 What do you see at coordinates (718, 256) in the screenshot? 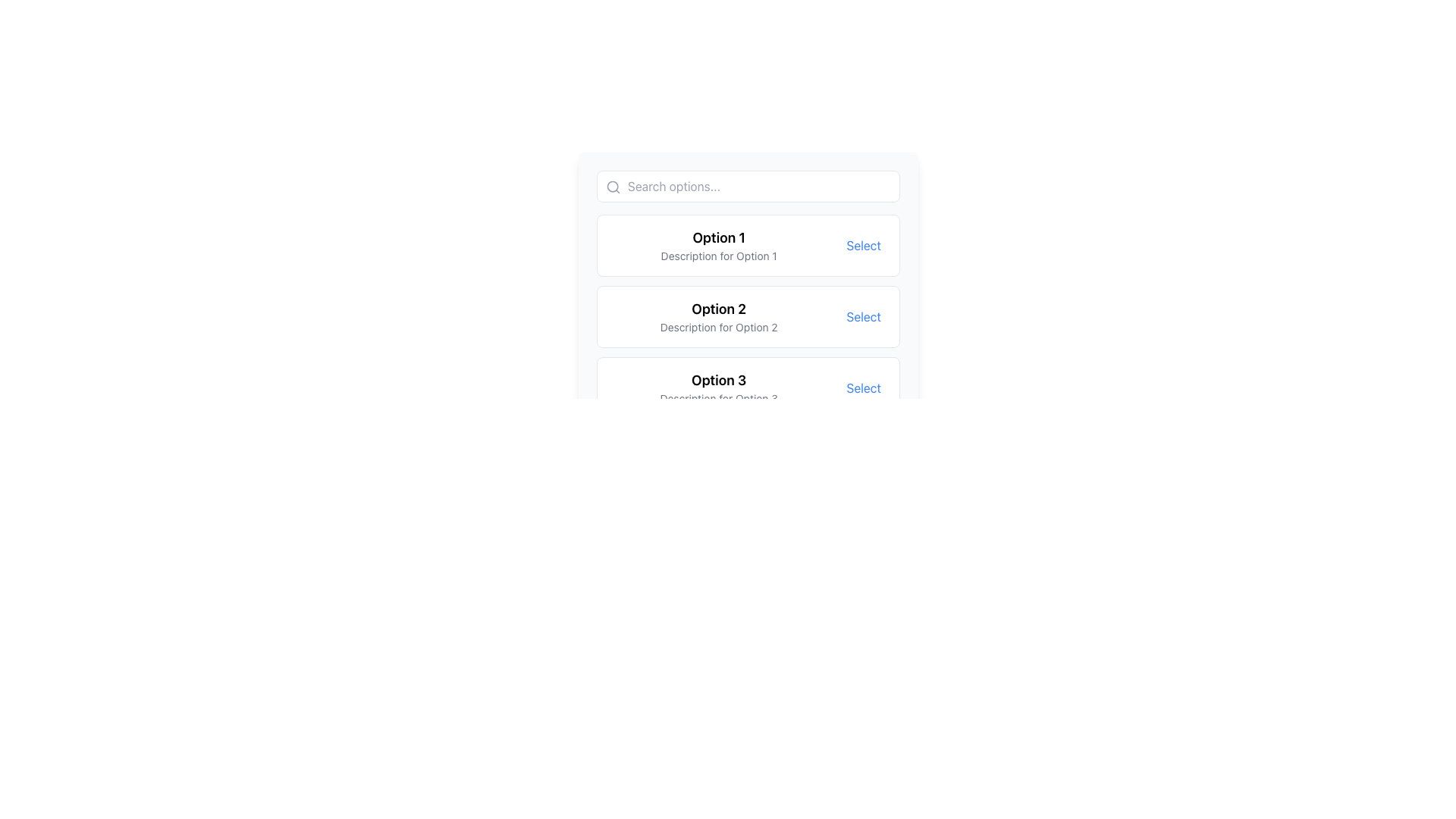
I see `the text label displaying 'Description for Option 1', which is aligned left and positioned below the title 'Option 1'` at bounding box center [718, 256].